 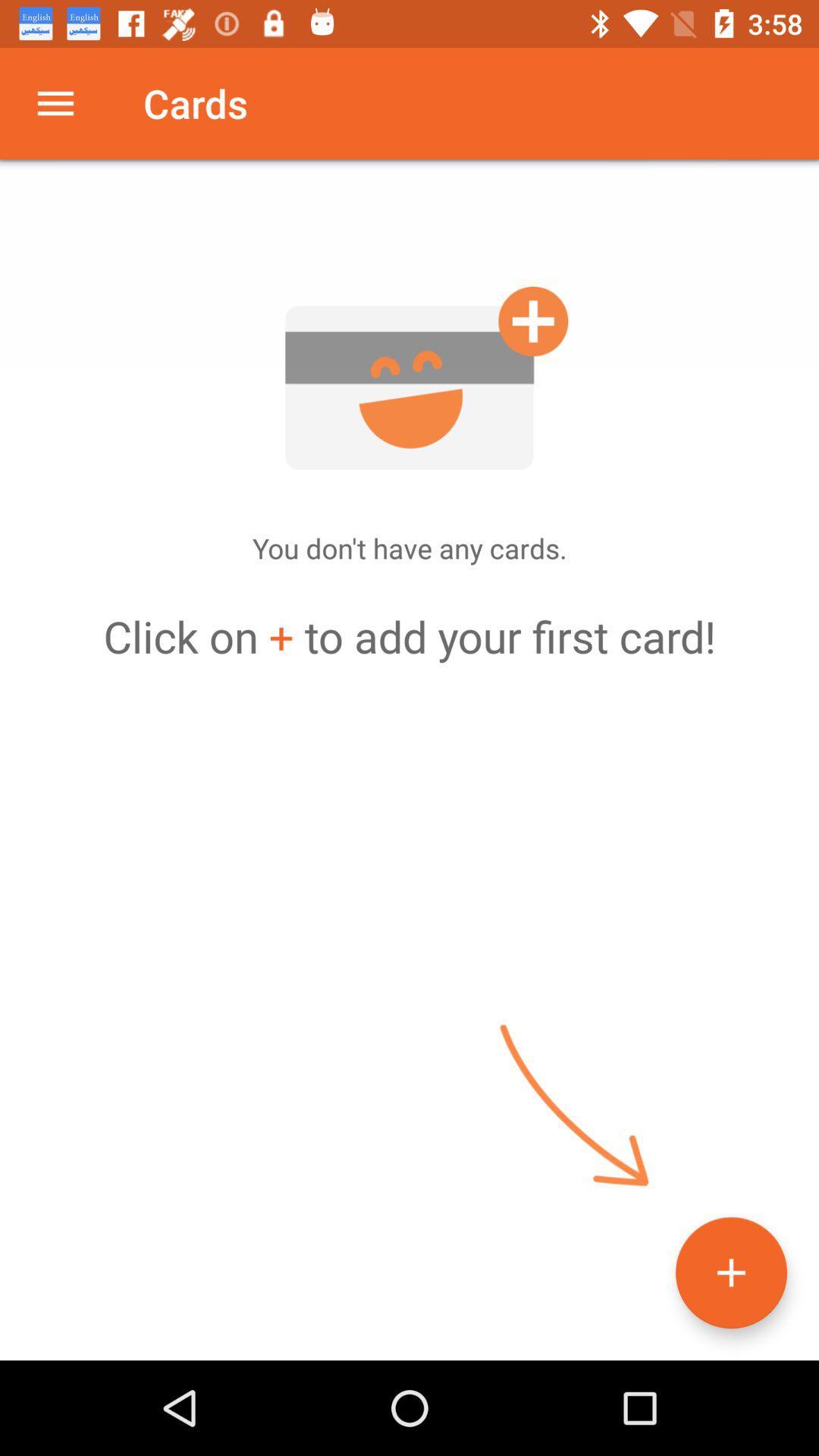 I want to click on a card, so click(x=409, y=378).